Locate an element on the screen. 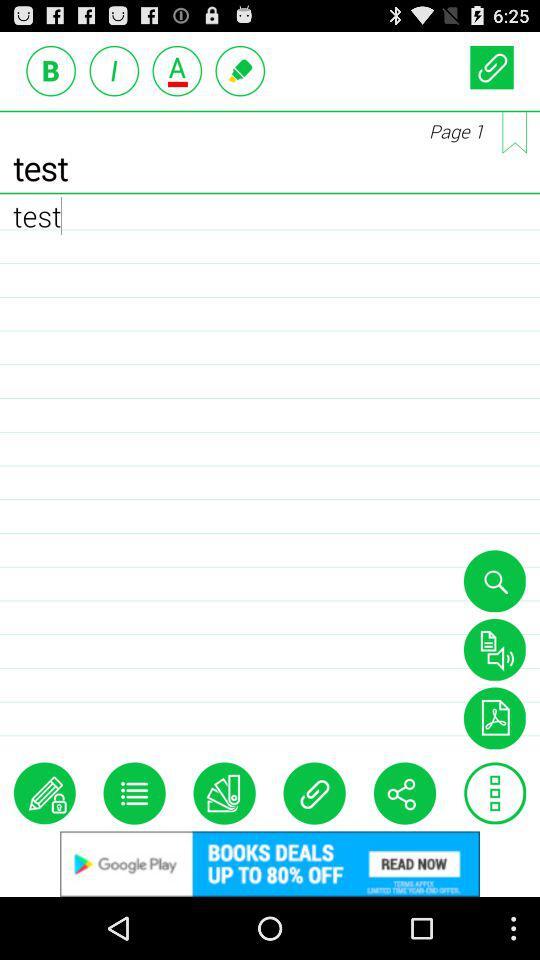 This screenshot has height=960, width=540. google play is located at coordinates (270, 863).